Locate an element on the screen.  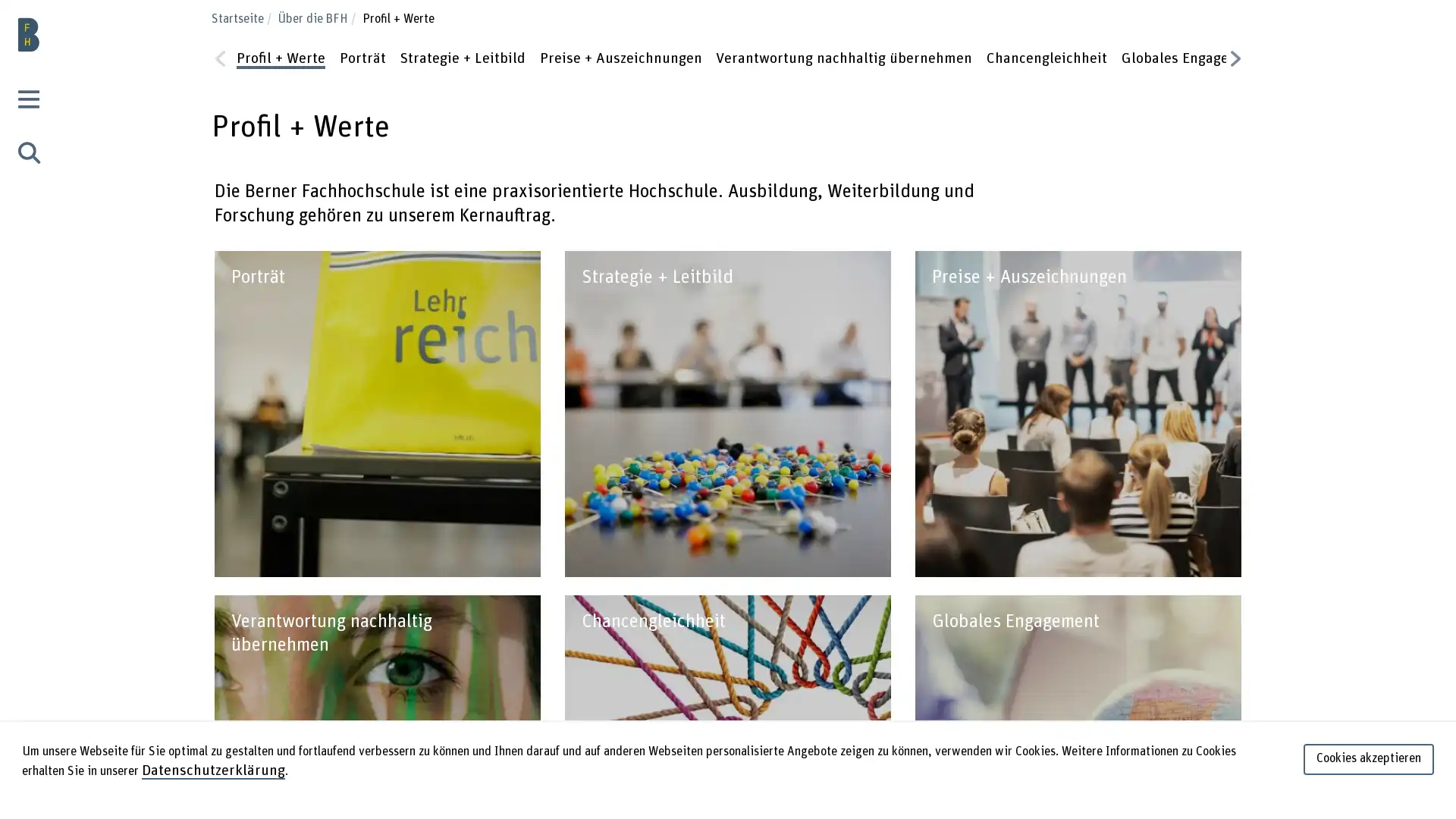
Cookies akzeptieren is located at coordinates (1368, 762).